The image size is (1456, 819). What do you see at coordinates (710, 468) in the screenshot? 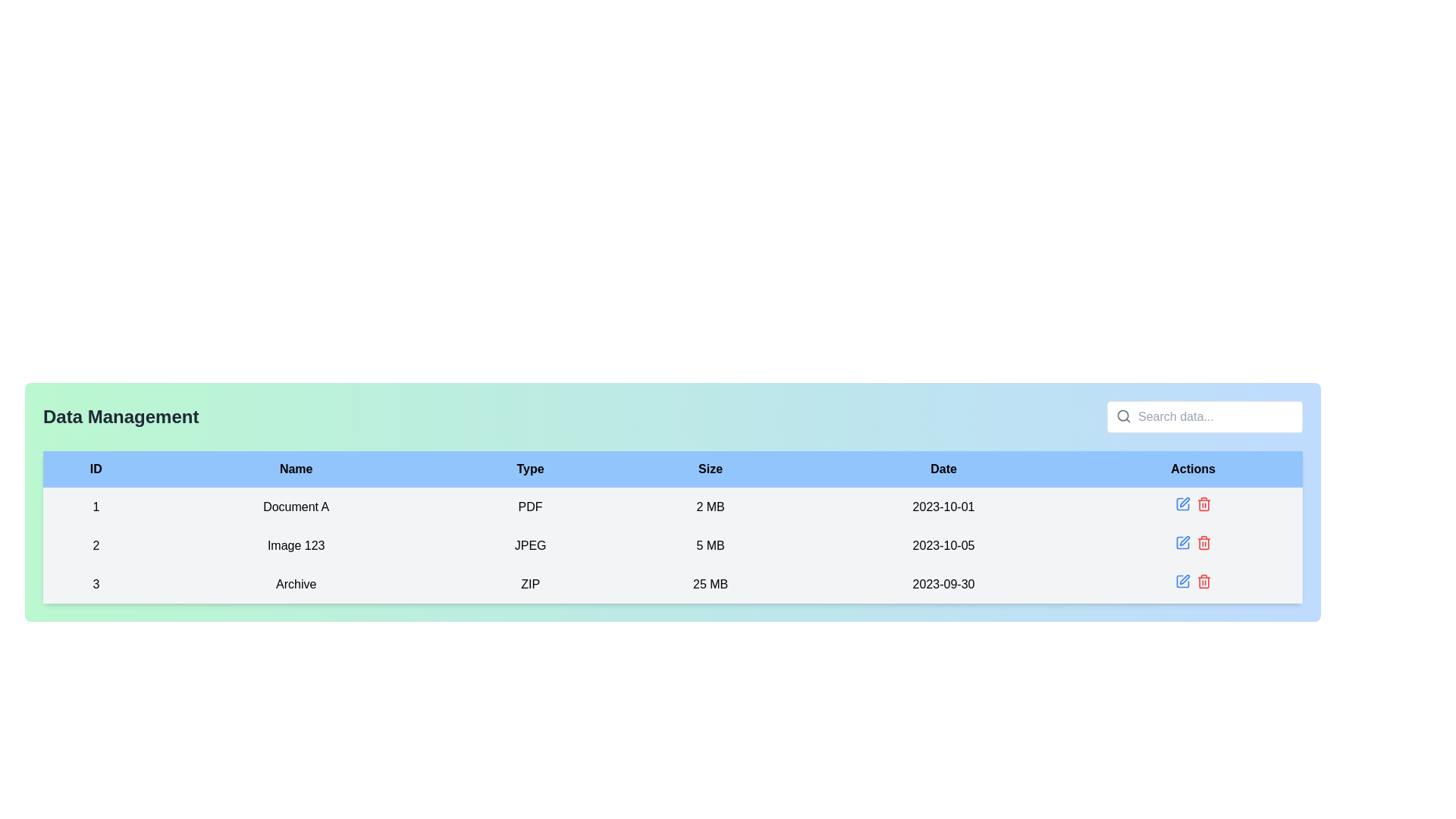
I see `the 'Size' column header in the table, which is the fourth header between 'Type' and 'Date'` at bounding box center [710, 468].